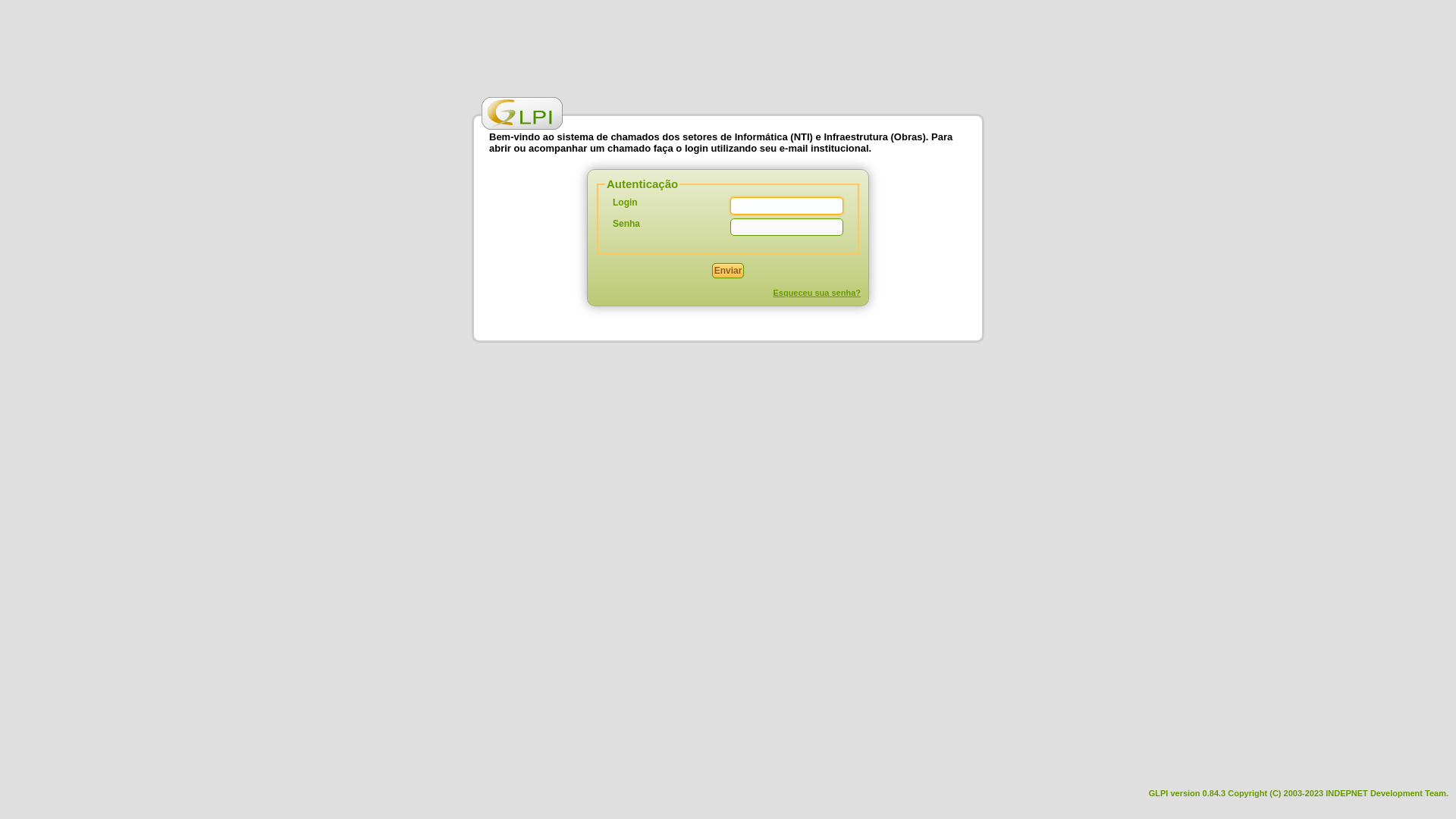 The width and height of the screenshot is (1456, 819). I want to click on 'Enviar', so click(728, 270).